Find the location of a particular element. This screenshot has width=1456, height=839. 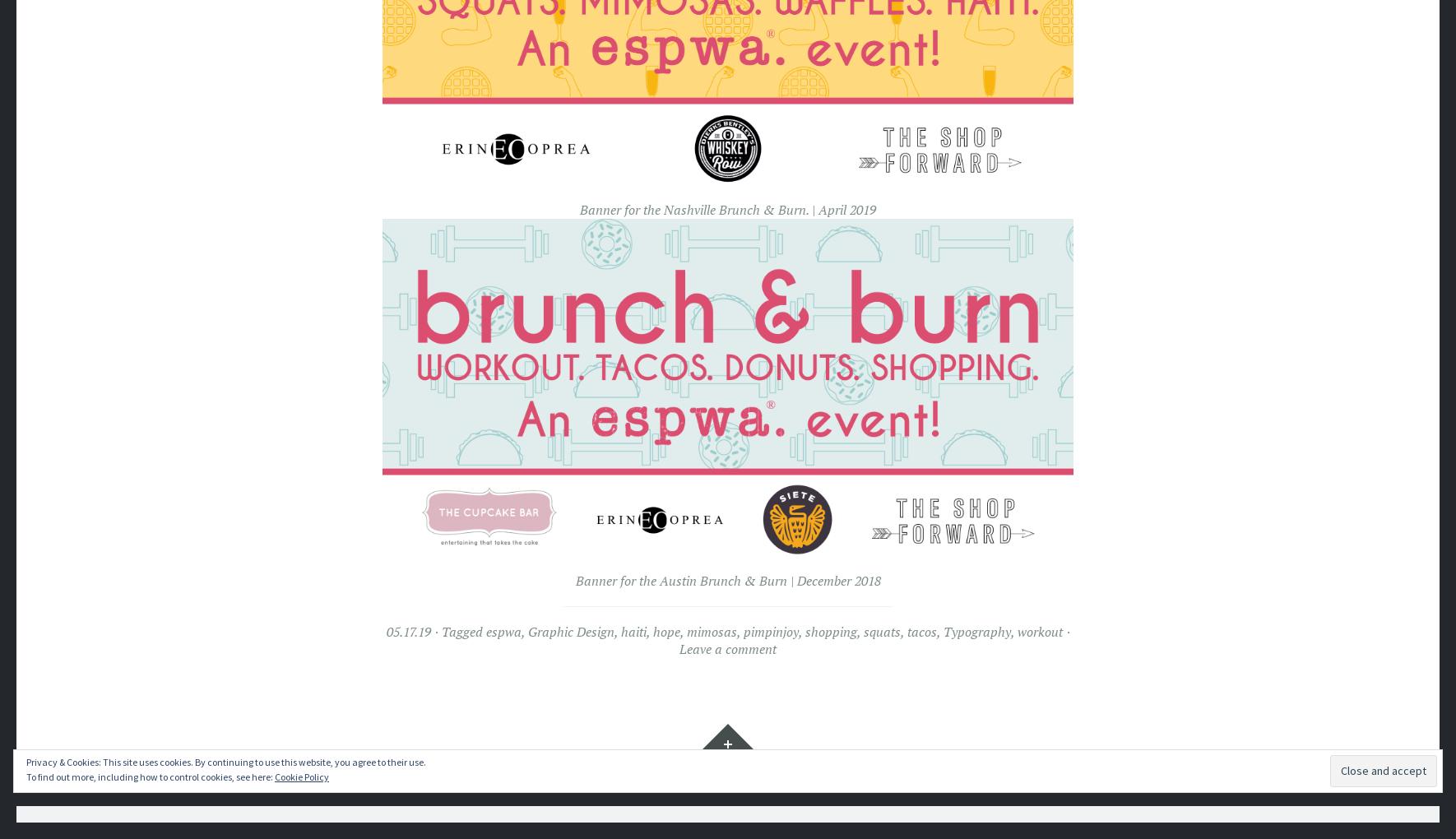

'mimosas' is located at coordinates (711, 630).